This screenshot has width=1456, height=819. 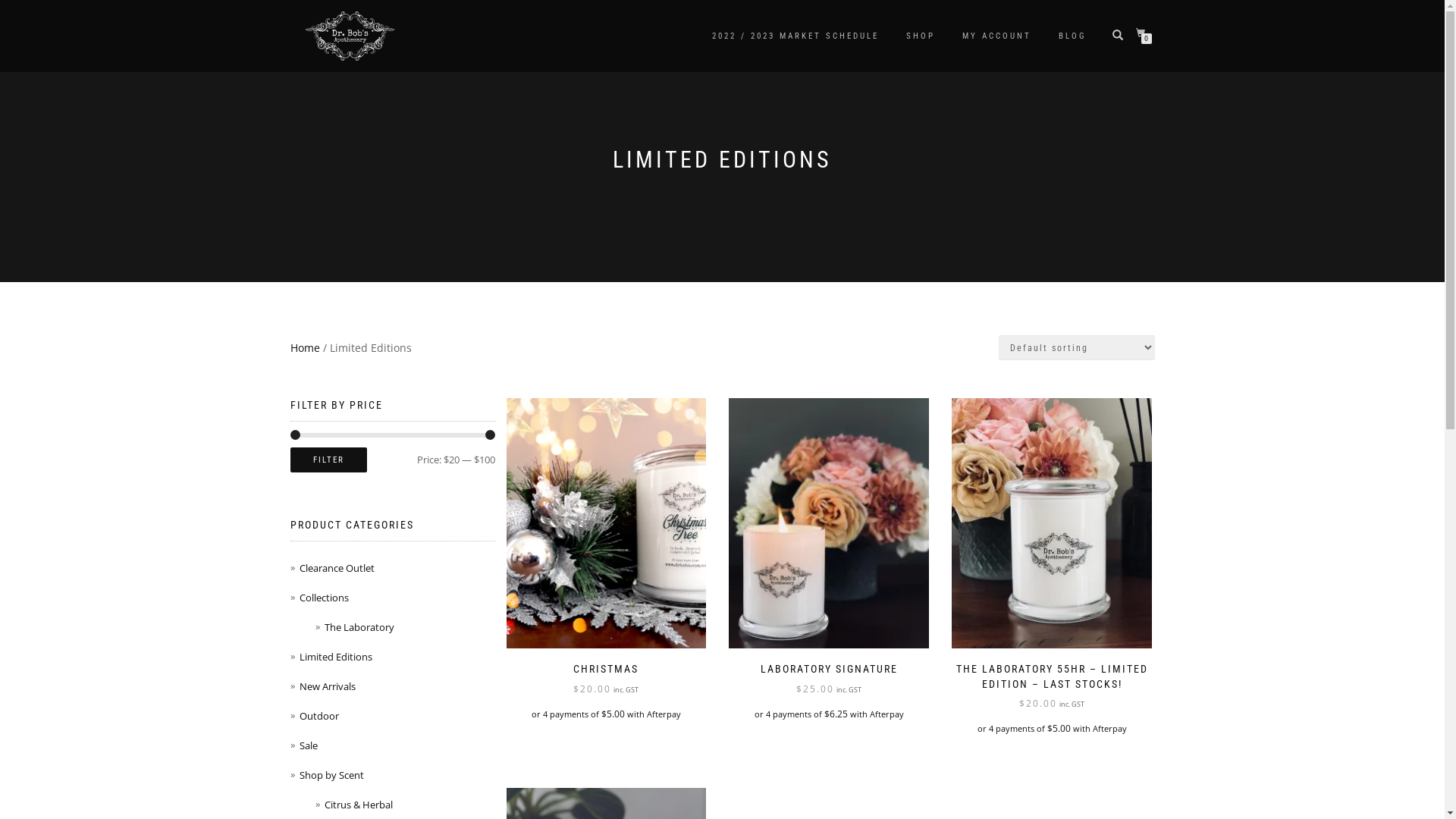 What do you see at coordinates (298, 567) in the screenshot?
I see `'Clearance Outlet'` at bounding box center [298, 567].